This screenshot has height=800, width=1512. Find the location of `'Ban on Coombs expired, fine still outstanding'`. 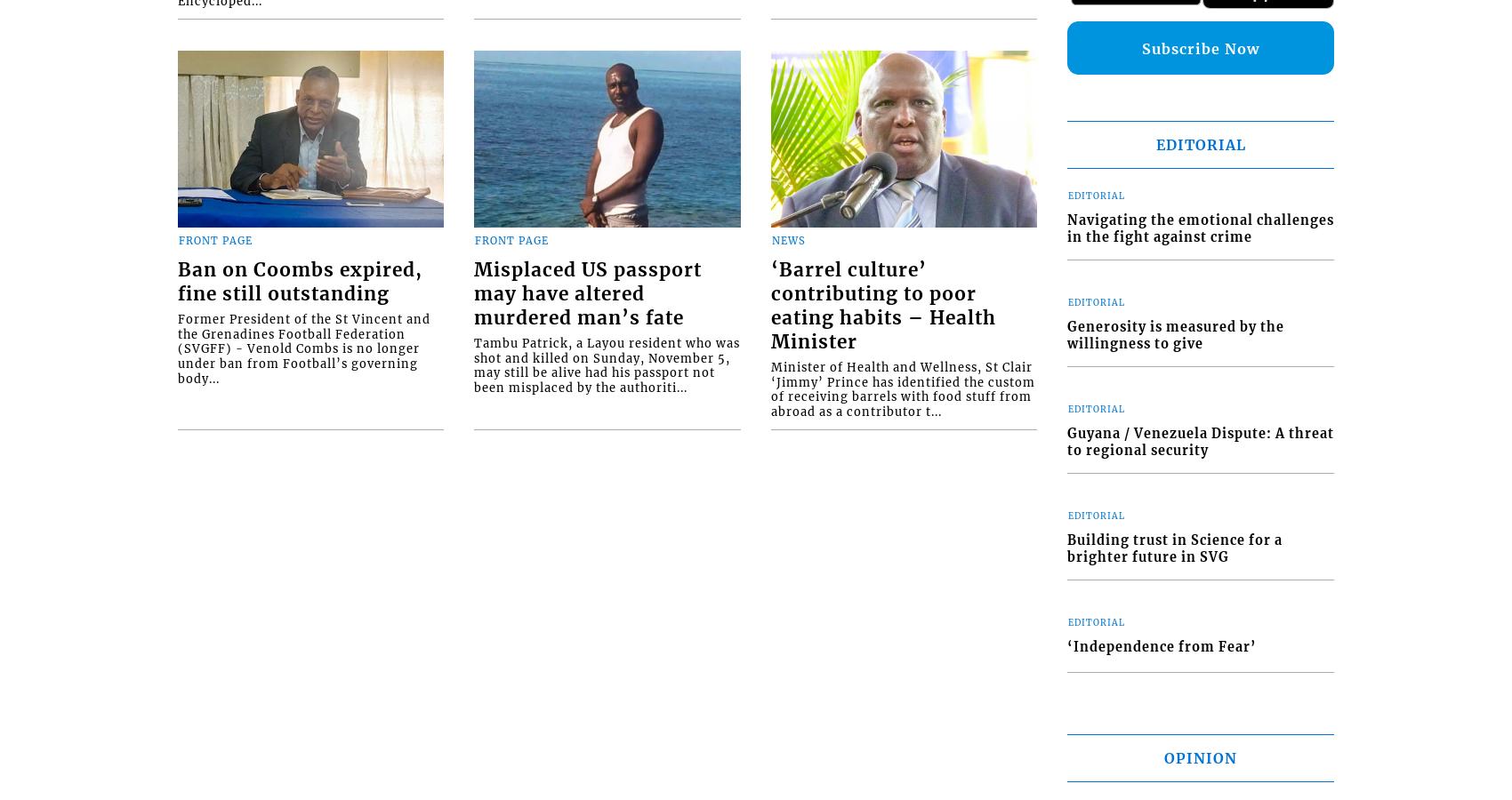

'Ban on Coombs expired, fine still outstanding' is located at coordinates (299, 281).